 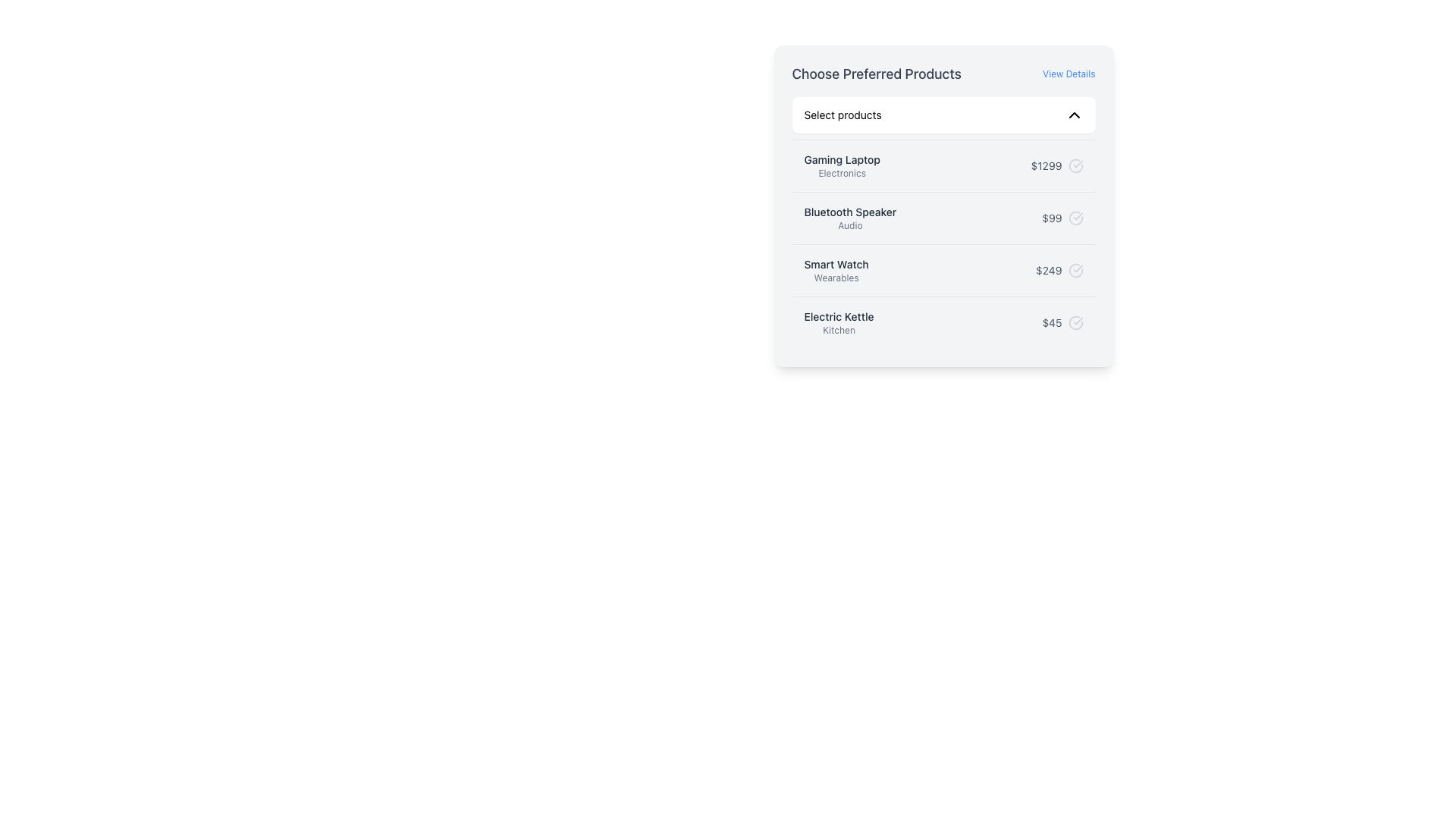 What do you see at coordinates (1075, 218) in the screenshot?
I see `the status indicator icon located to the right of the 'Bluetooth Speaker' label and next to the price '$99' to interact with it` at bounding box center [1075, 218].